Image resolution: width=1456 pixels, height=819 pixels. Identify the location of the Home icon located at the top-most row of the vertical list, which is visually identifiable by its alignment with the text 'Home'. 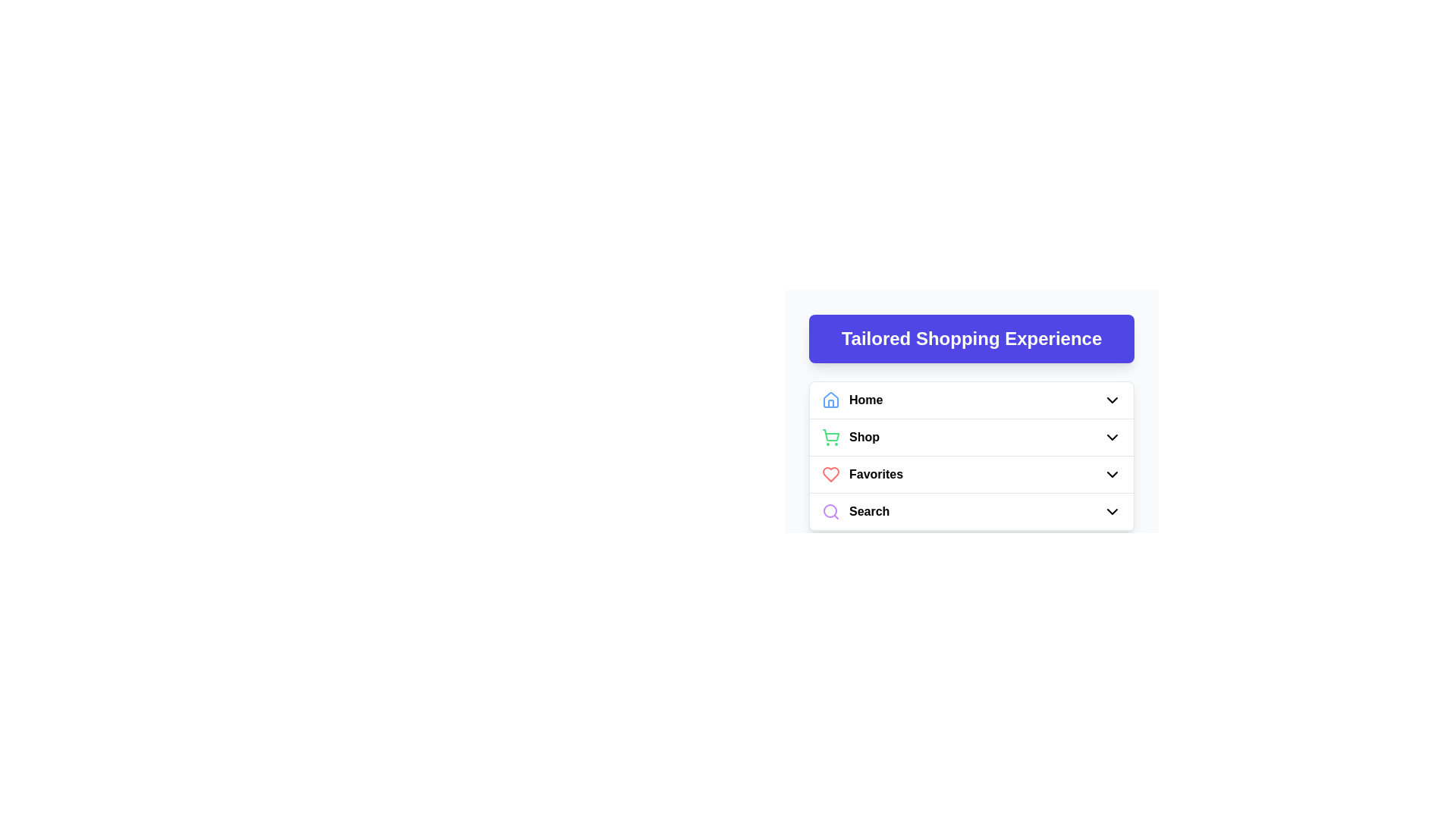
(830, 399).